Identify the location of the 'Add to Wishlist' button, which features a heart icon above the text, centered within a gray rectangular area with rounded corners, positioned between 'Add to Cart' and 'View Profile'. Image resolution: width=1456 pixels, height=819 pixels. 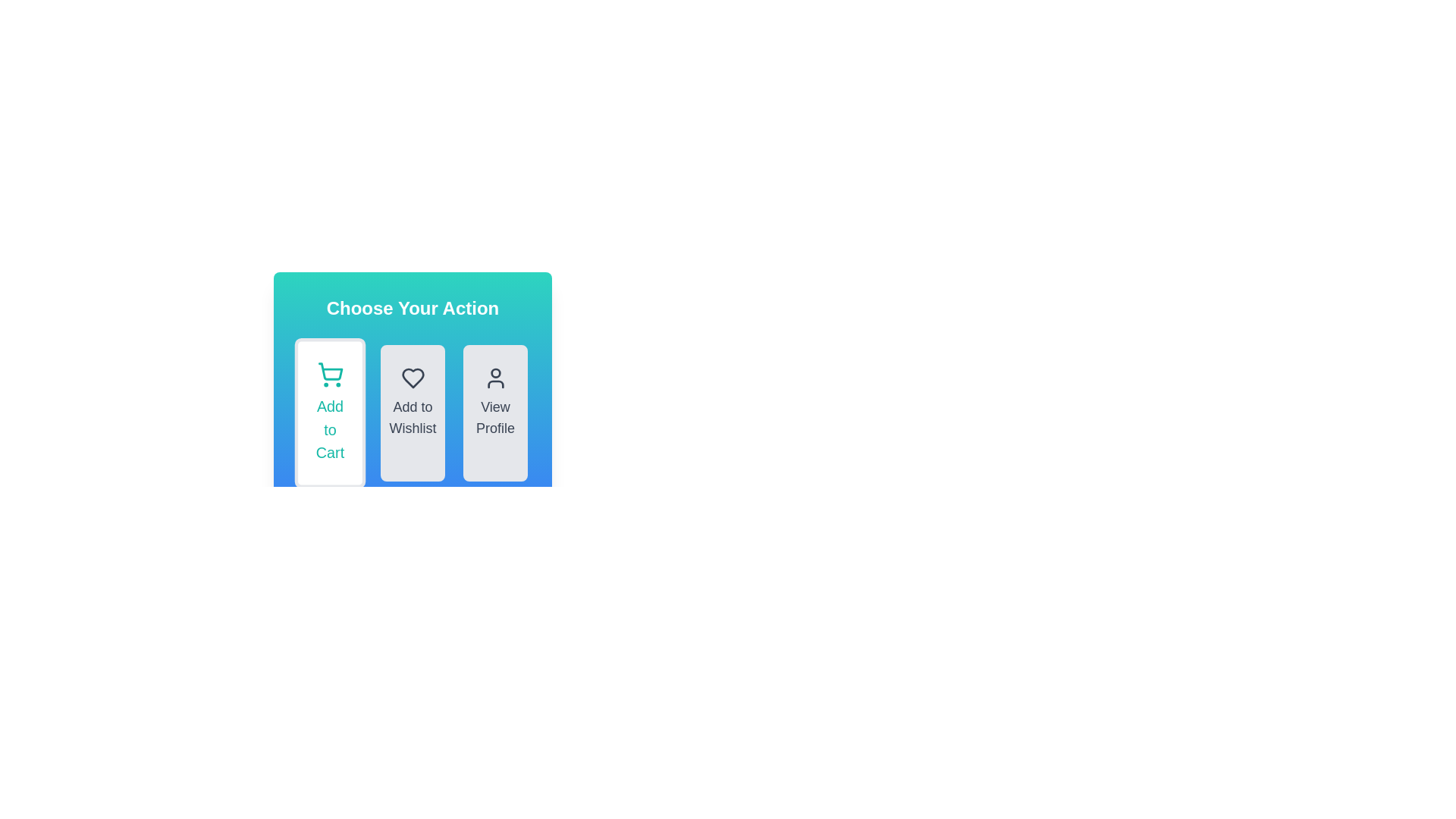
(413, 413).